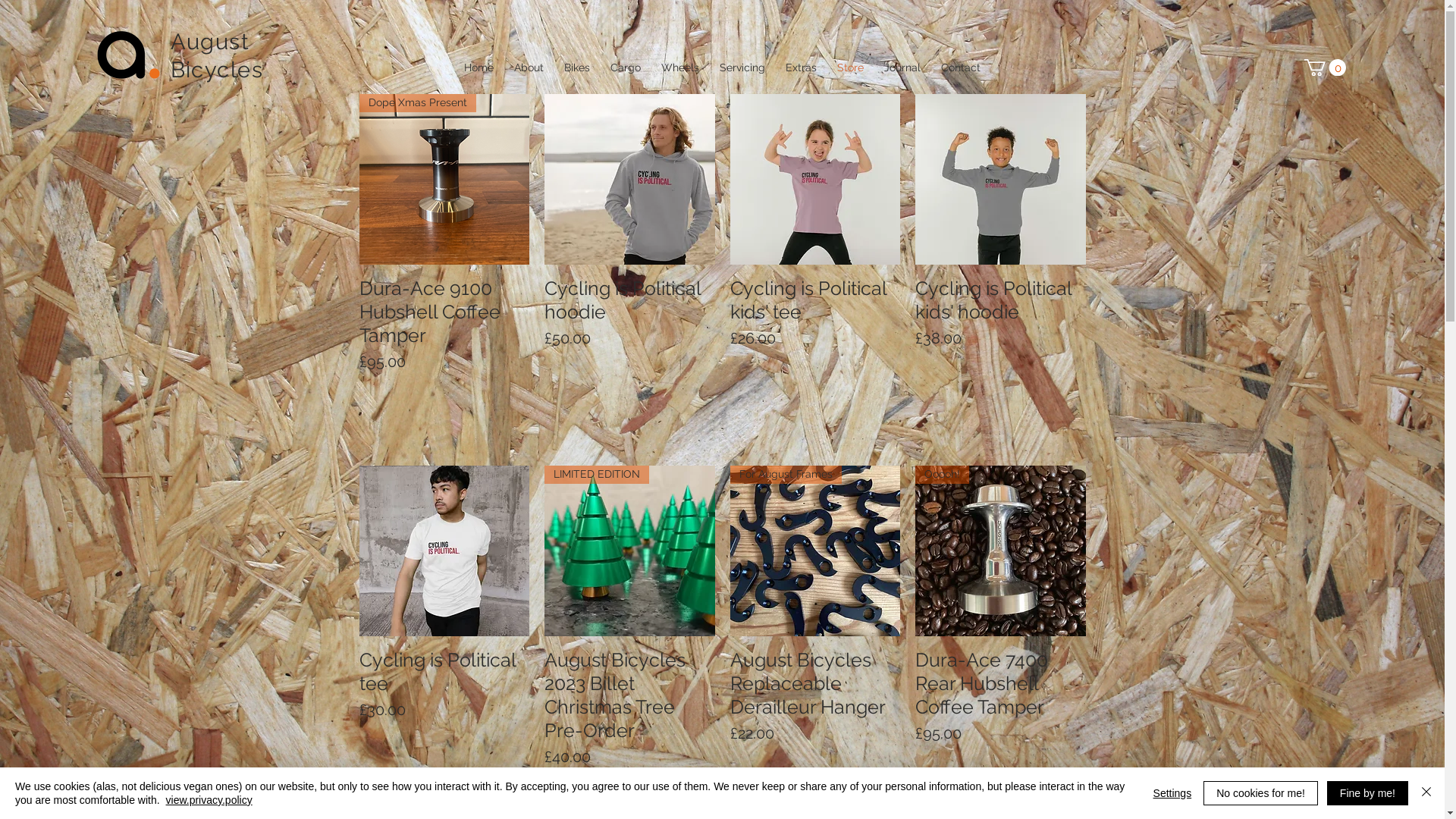  Describe the element at coordinates (902, 66) in the screenshot. I see `'Journal'` at that location.